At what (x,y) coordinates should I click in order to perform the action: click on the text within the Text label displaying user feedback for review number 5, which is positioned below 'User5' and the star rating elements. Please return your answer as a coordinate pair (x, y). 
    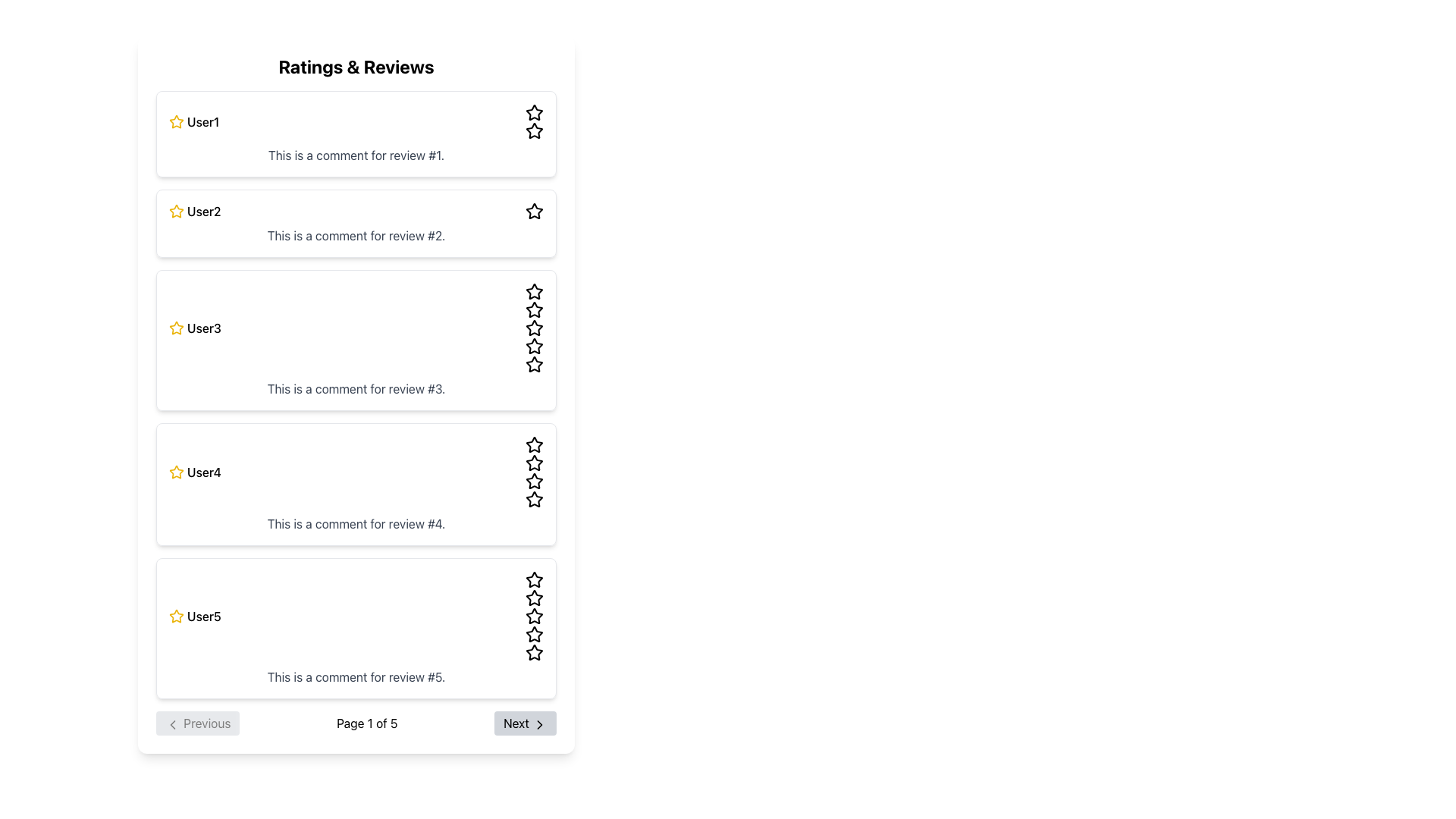
    Looking at the image, I should click on (356, 676).